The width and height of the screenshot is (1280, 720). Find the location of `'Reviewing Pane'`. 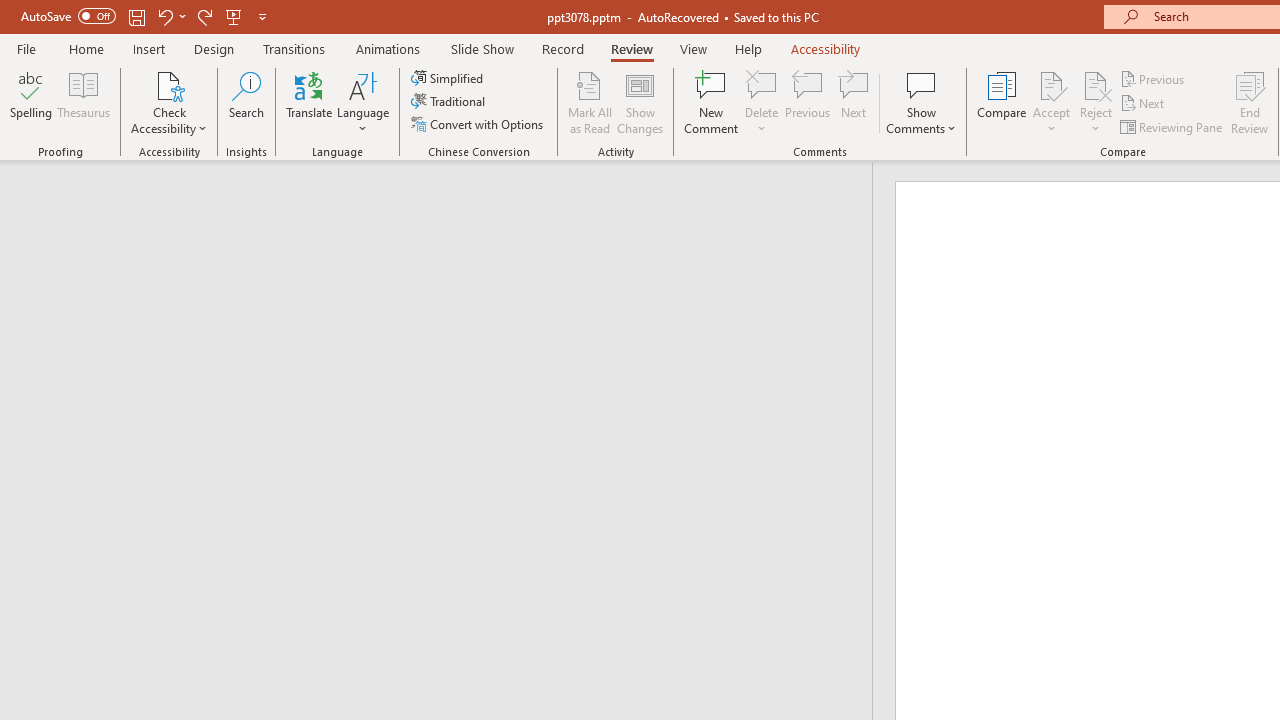

'Reviewing Pane' is located at coordinates (1173, 127).